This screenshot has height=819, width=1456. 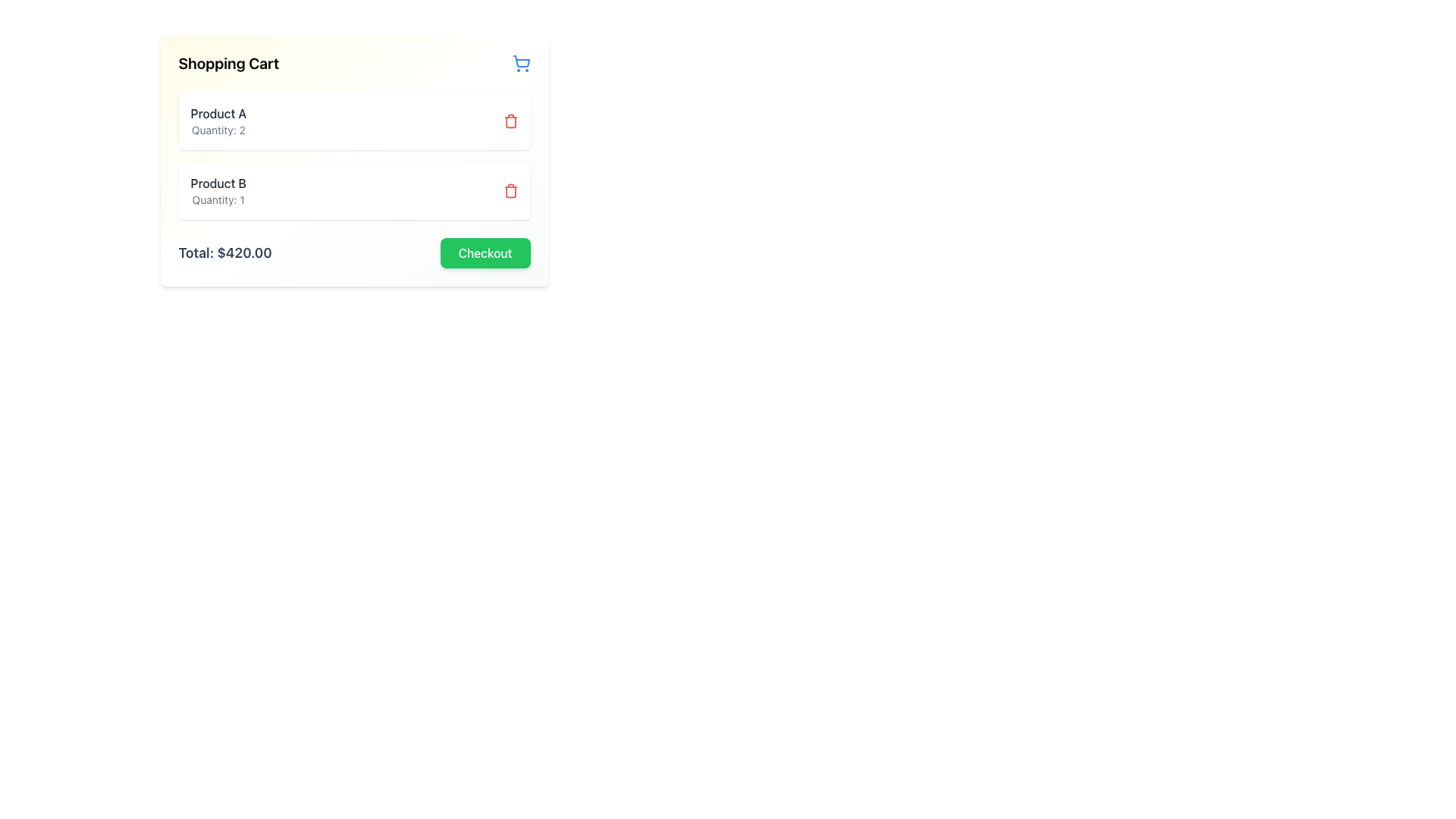 I want to click on the text display component that shows information about 'Product A' in the shopping cart, including its quantity '2', so click(x=218, y=120).